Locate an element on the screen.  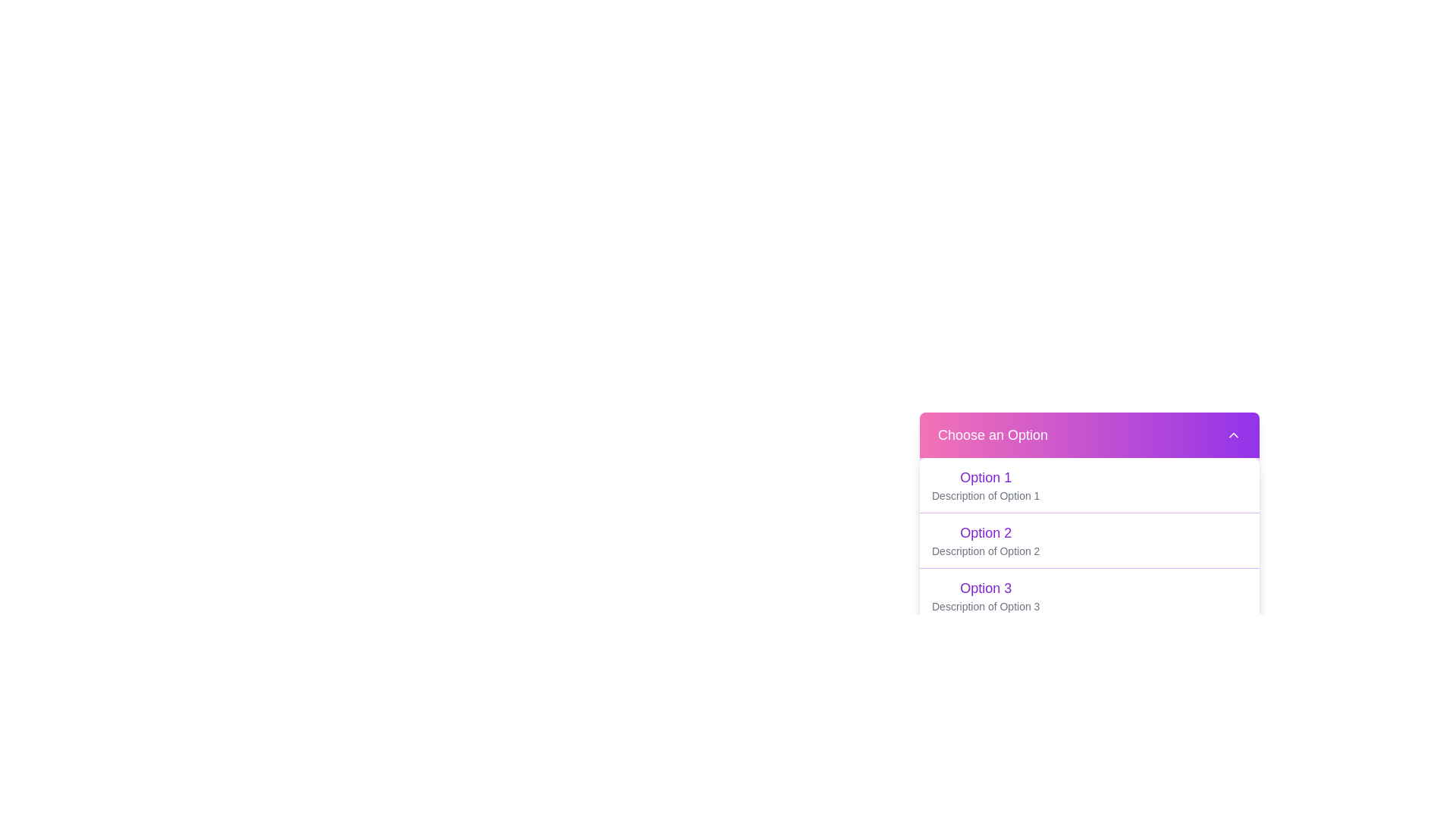
the text label 'Option 2' displayed prominently in purple within the dropdown menu, which is styled with a larger bold sans-serif font is located at coordinates (986, 532).